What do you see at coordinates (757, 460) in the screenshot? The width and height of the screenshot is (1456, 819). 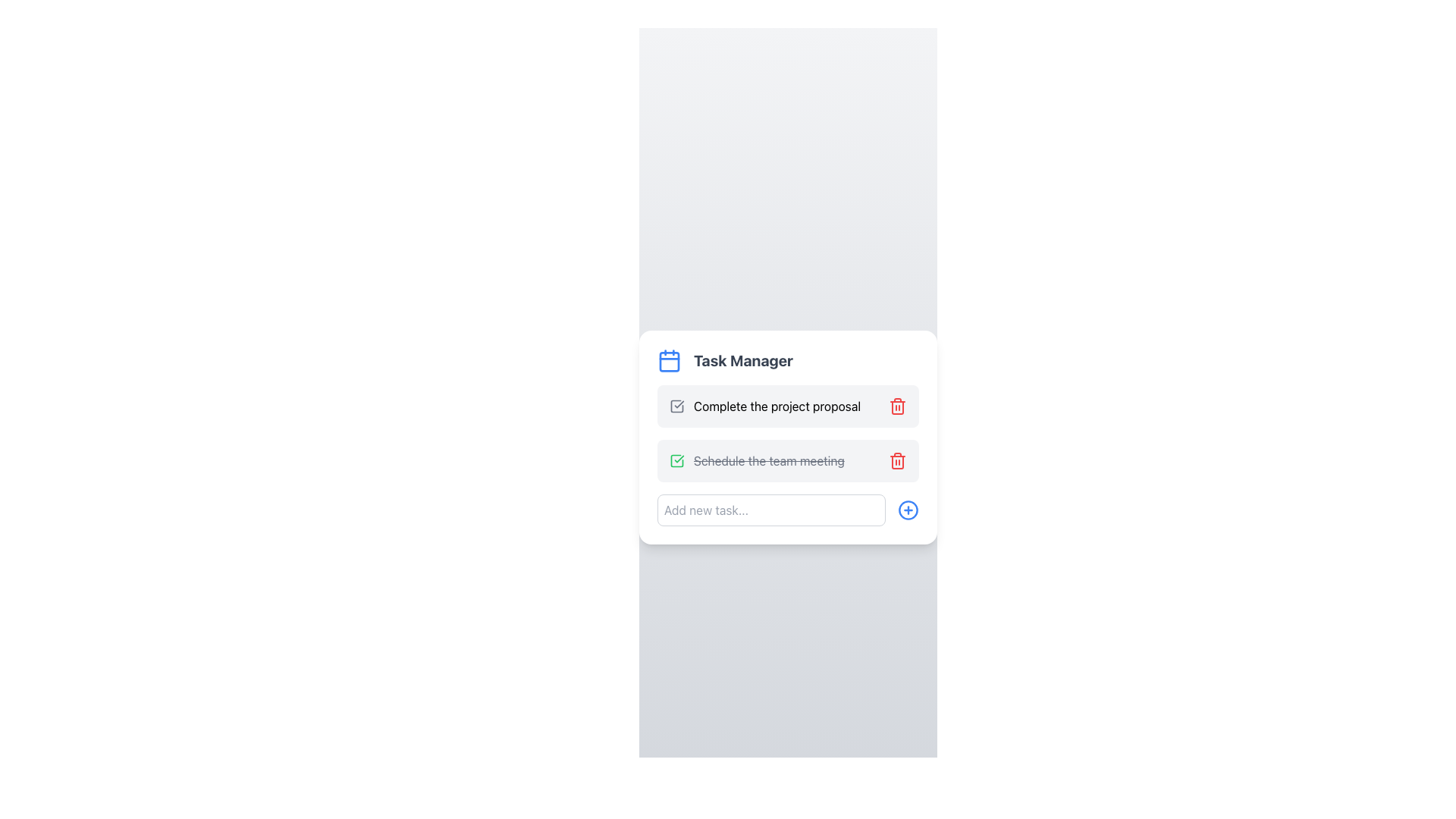 I see `the completed task item in the to-do list interface` at bounding box center [757, 460].